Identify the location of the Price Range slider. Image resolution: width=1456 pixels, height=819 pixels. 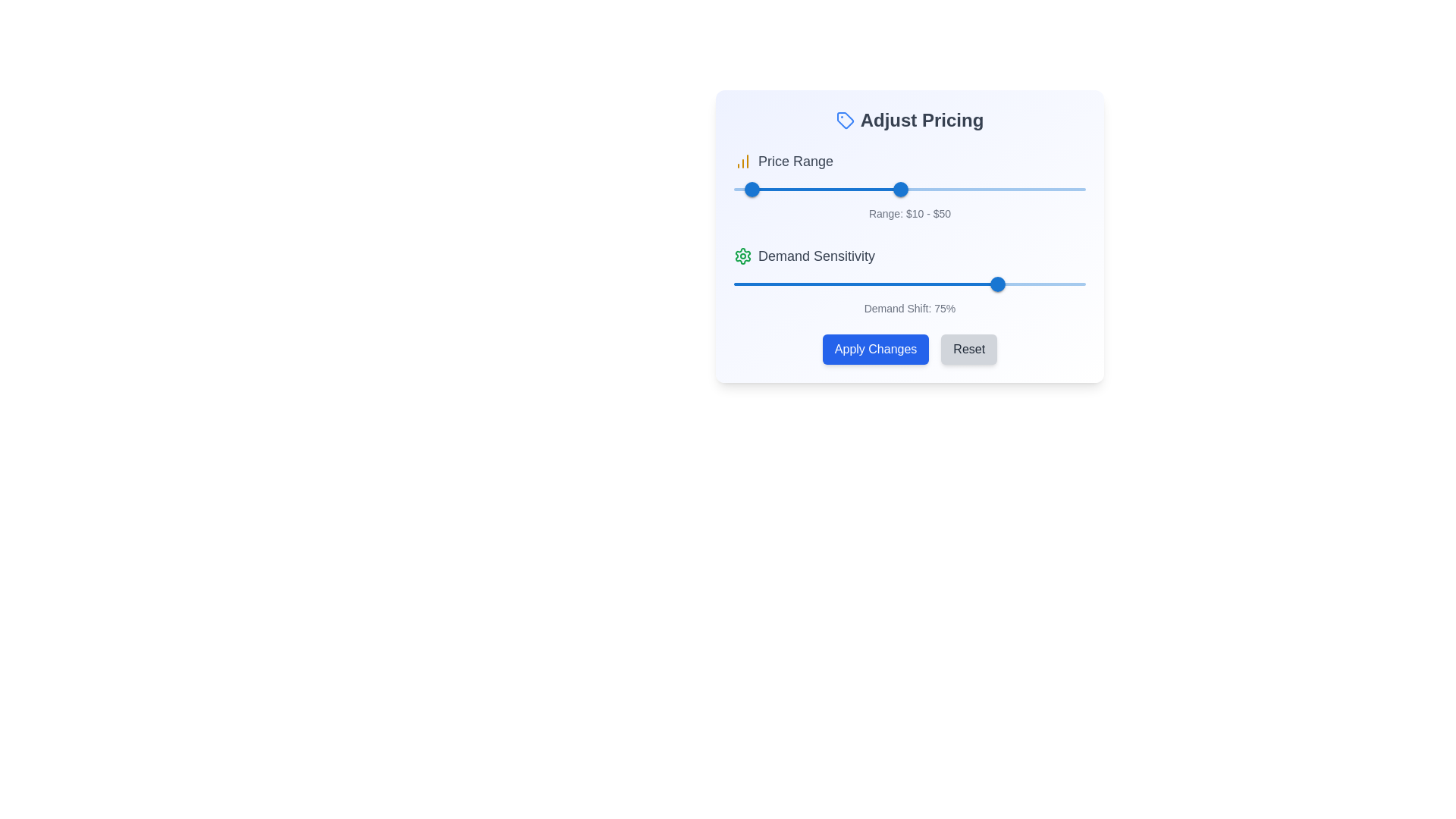
(839, 189).